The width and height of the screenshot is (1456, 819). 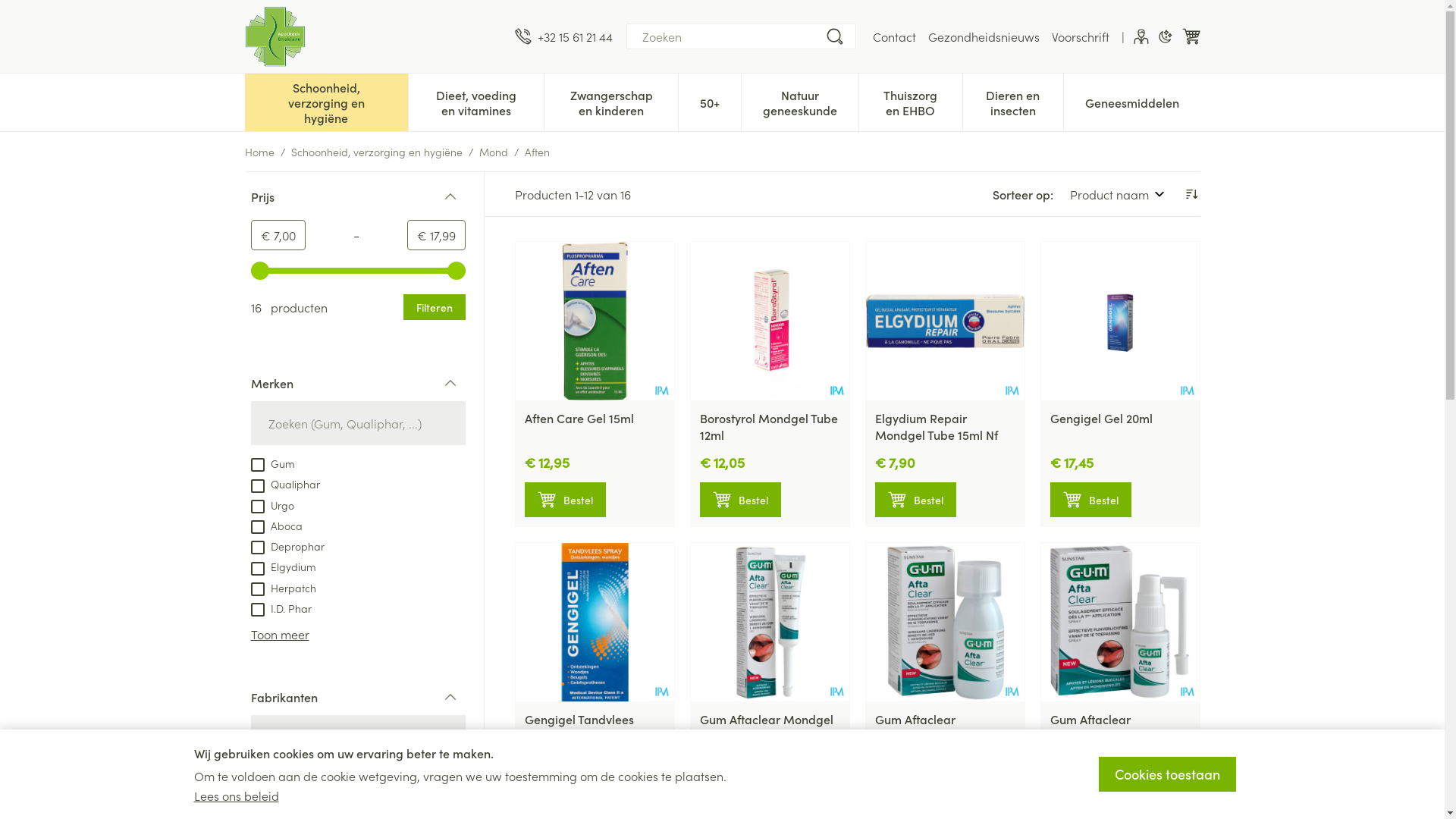 What do you see at coordinates (1131, 100) in the screenshot?
I see `'Geneesmiddelen'` at bounding box center [1131, 100].